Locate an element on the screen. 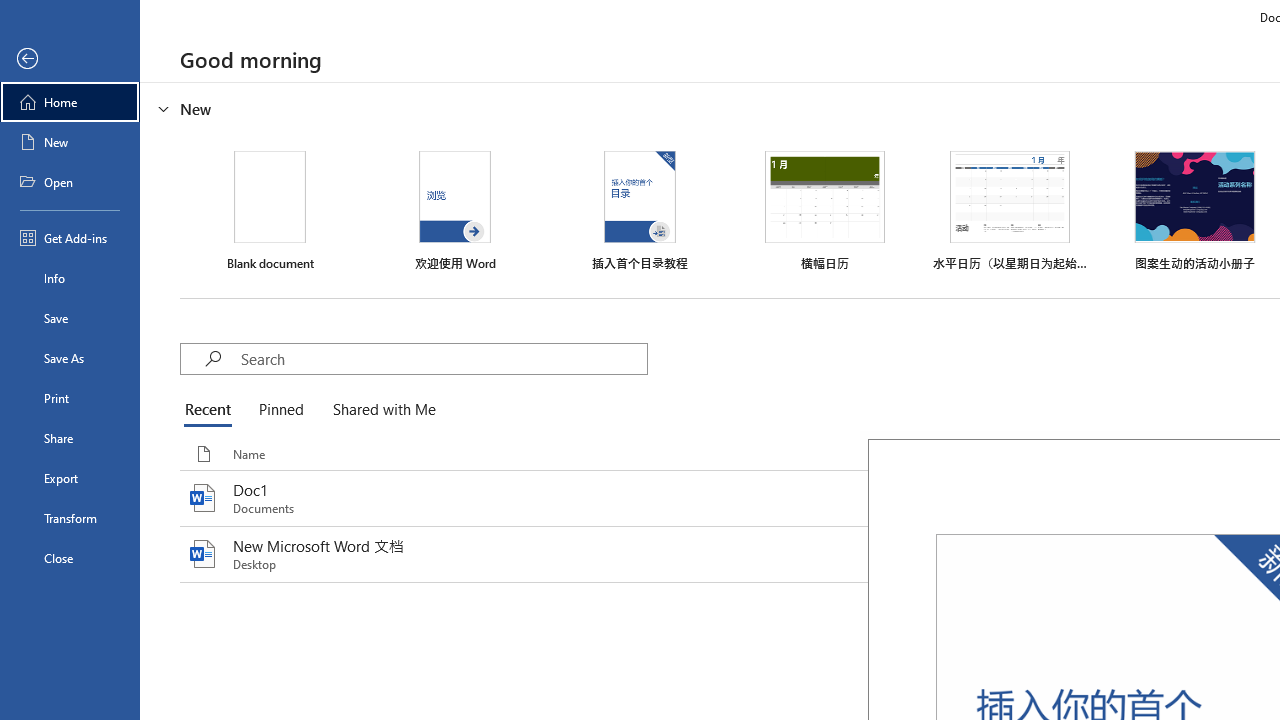  'Shared with Me' is located at coordinates (380, 410).